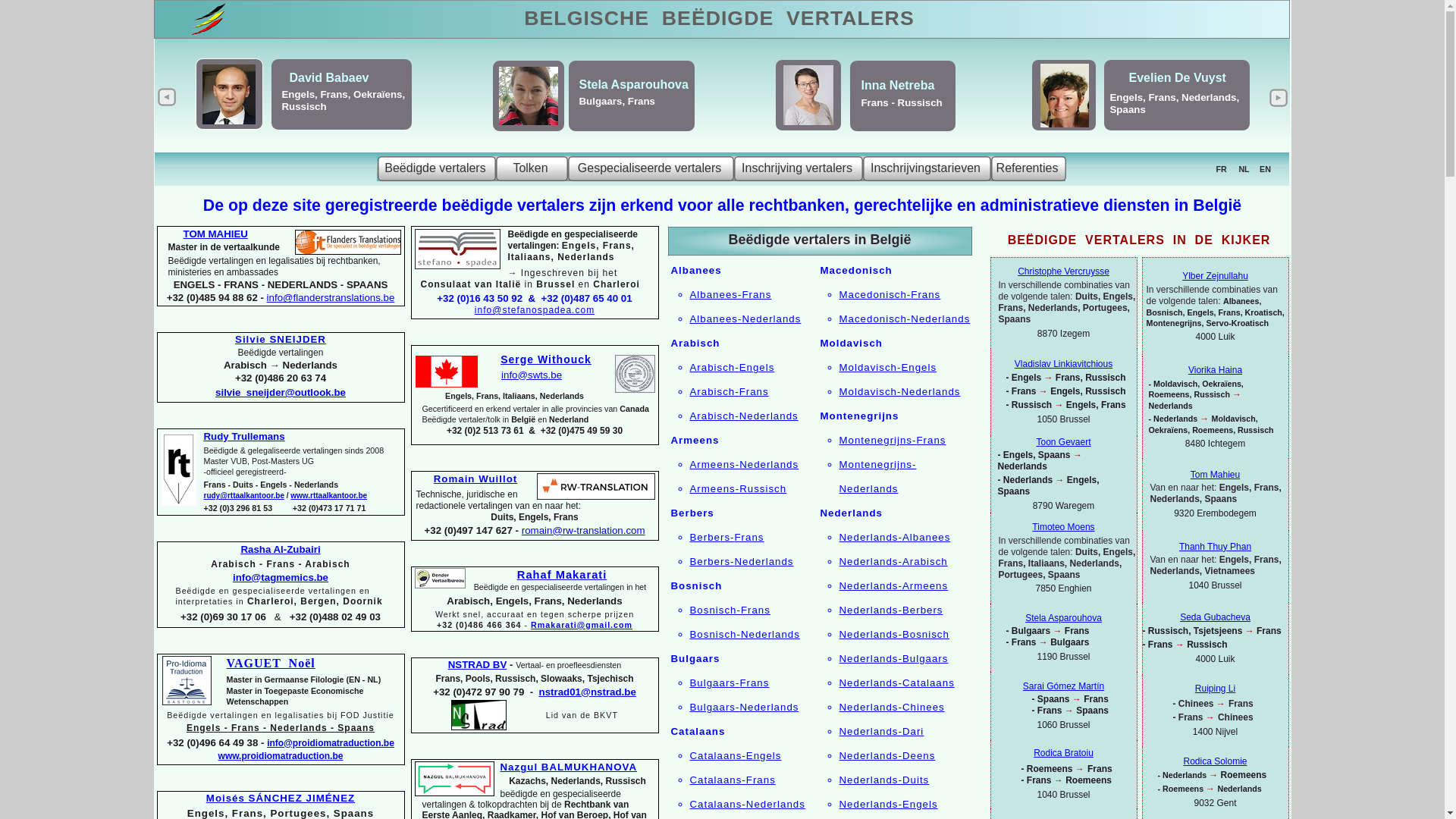 Image resolution: width=1456 pixels, height=819 pixels. Describe the element at coordinates (1062, 752) in the screenshot. I see `'Rodica Bratoiu'` at that location.